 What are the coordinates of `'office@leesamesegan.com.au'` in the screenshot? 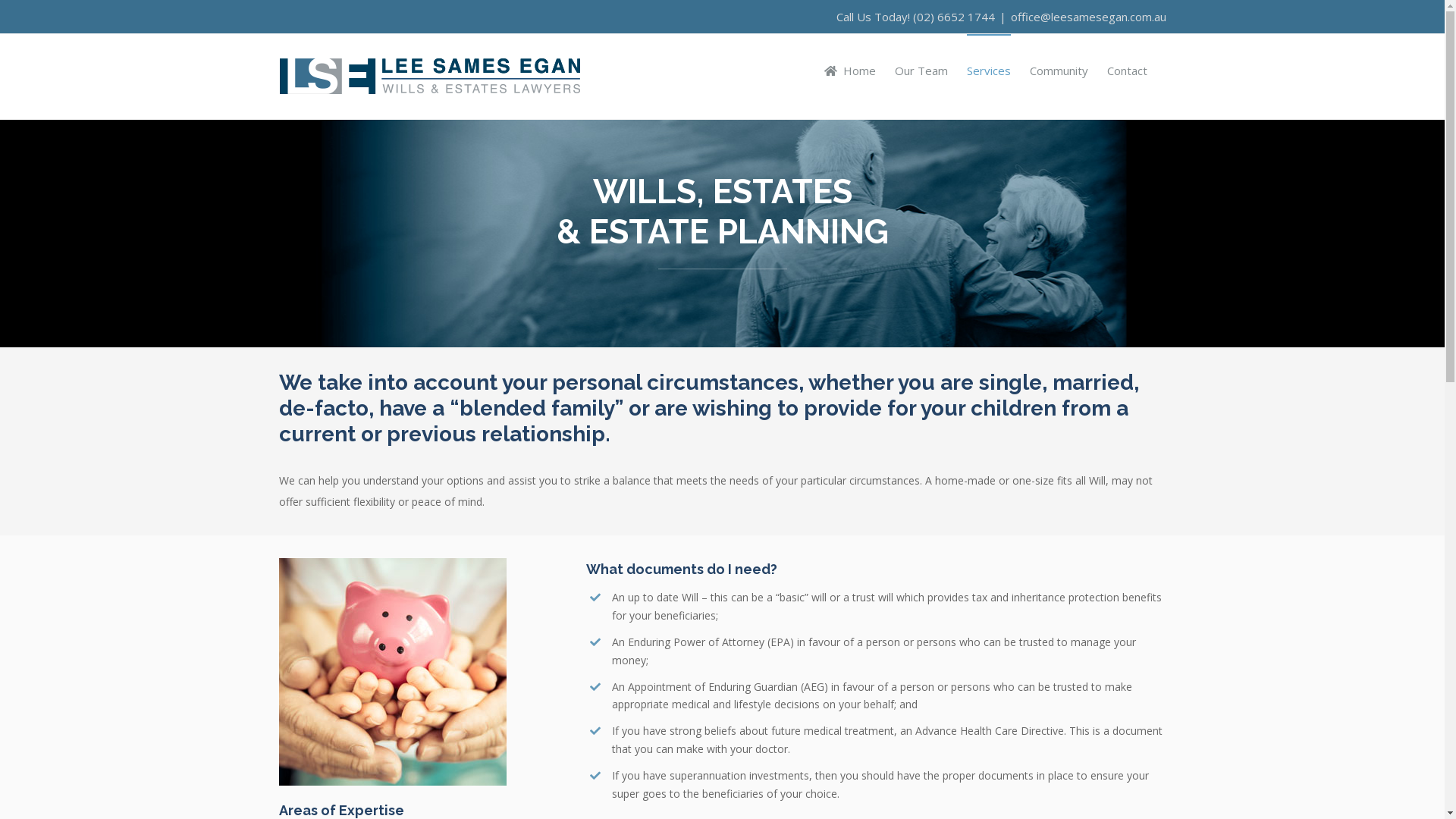 It's located at (1087, 17).